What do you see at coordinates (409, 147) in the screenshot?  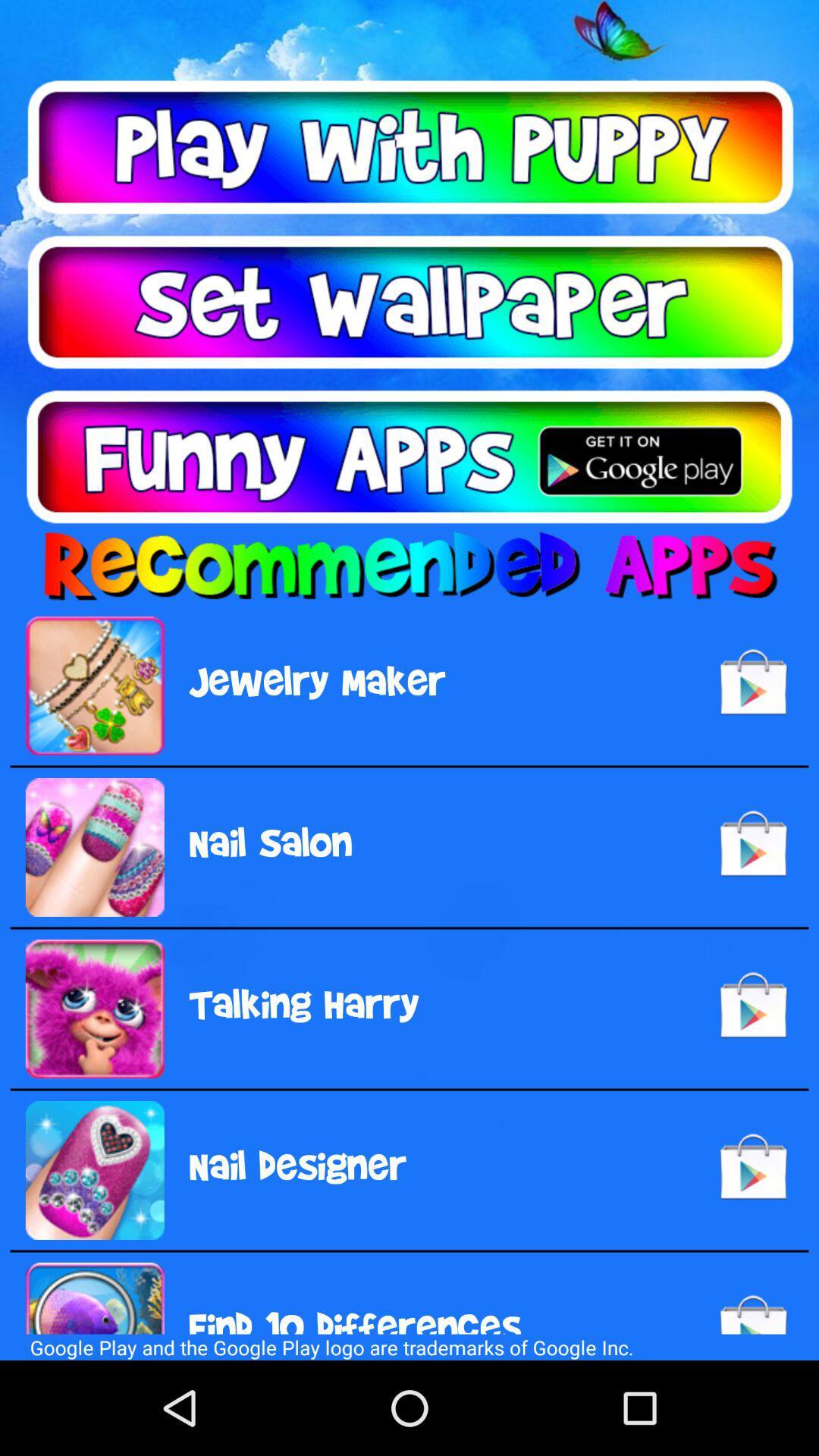 I see `autoplay option` at bounding box center [409, 147].